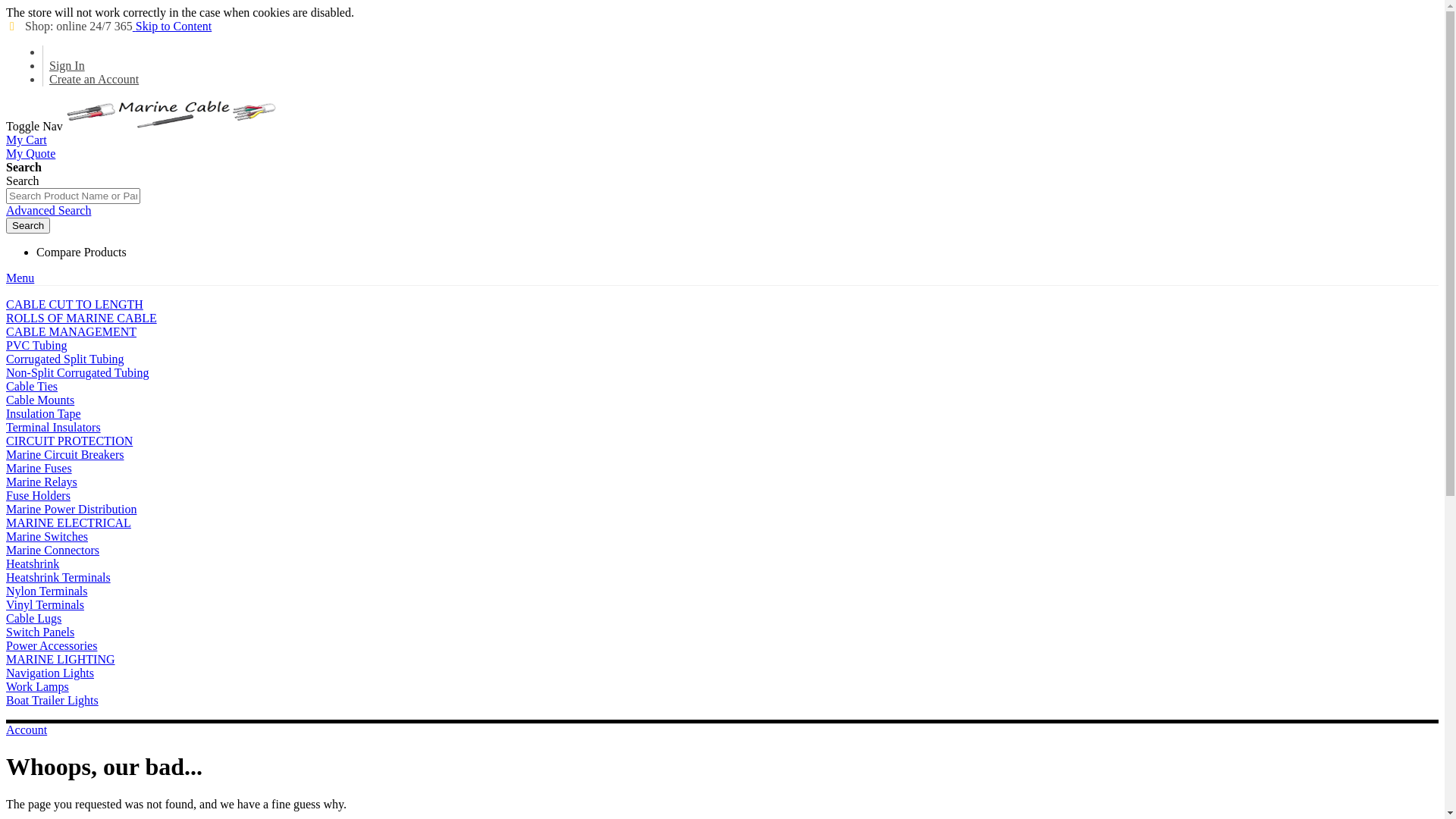 The width and height of the screenshot is (1456, 819). What do you see at coordinates (6, 509) in the screenshot?
I see `'Marine Power Distribution'` at bounding box center [6, 509].